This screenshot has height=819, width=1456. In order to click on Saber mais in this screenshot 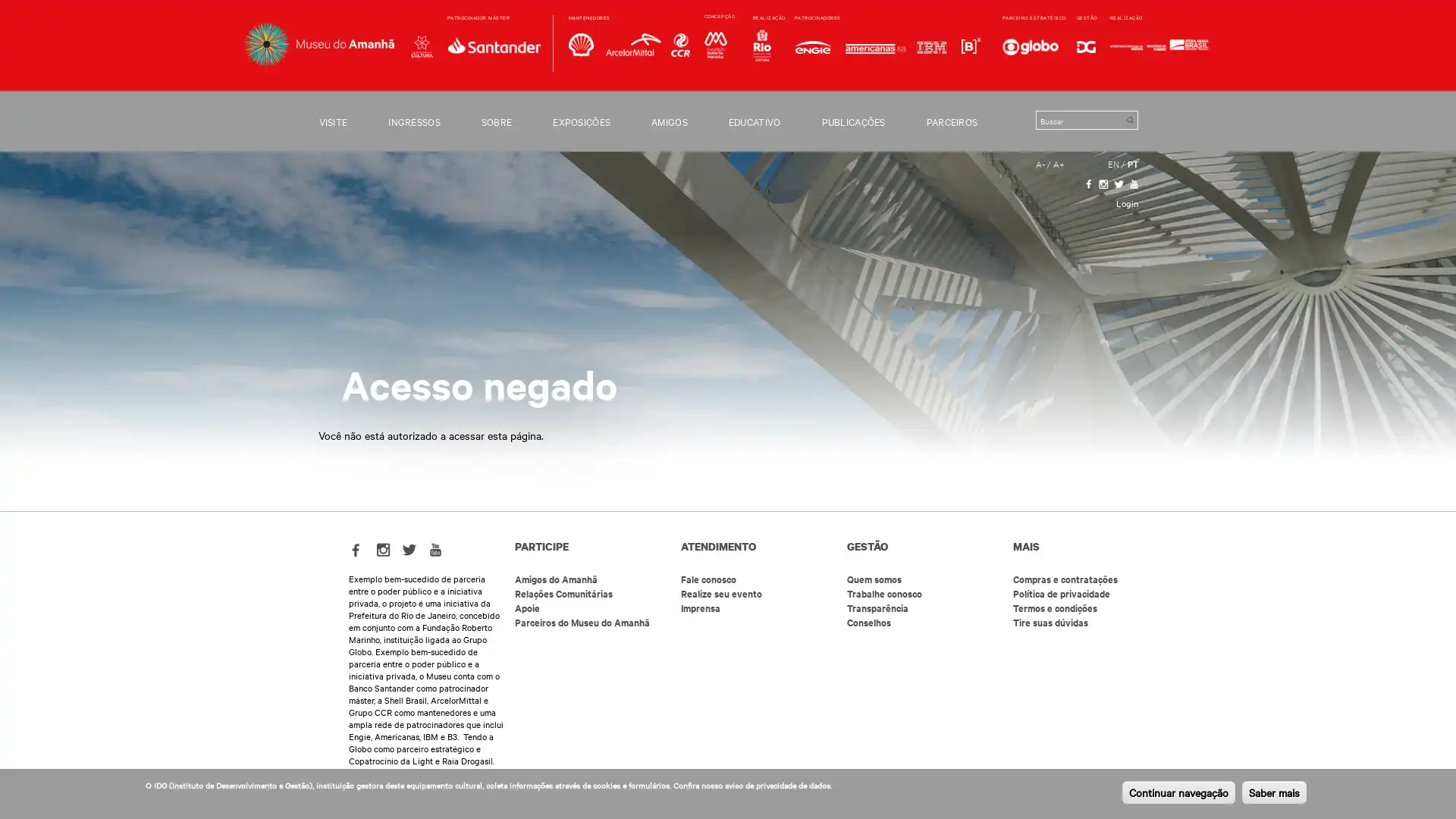, I will do `click(1274, 792)`.